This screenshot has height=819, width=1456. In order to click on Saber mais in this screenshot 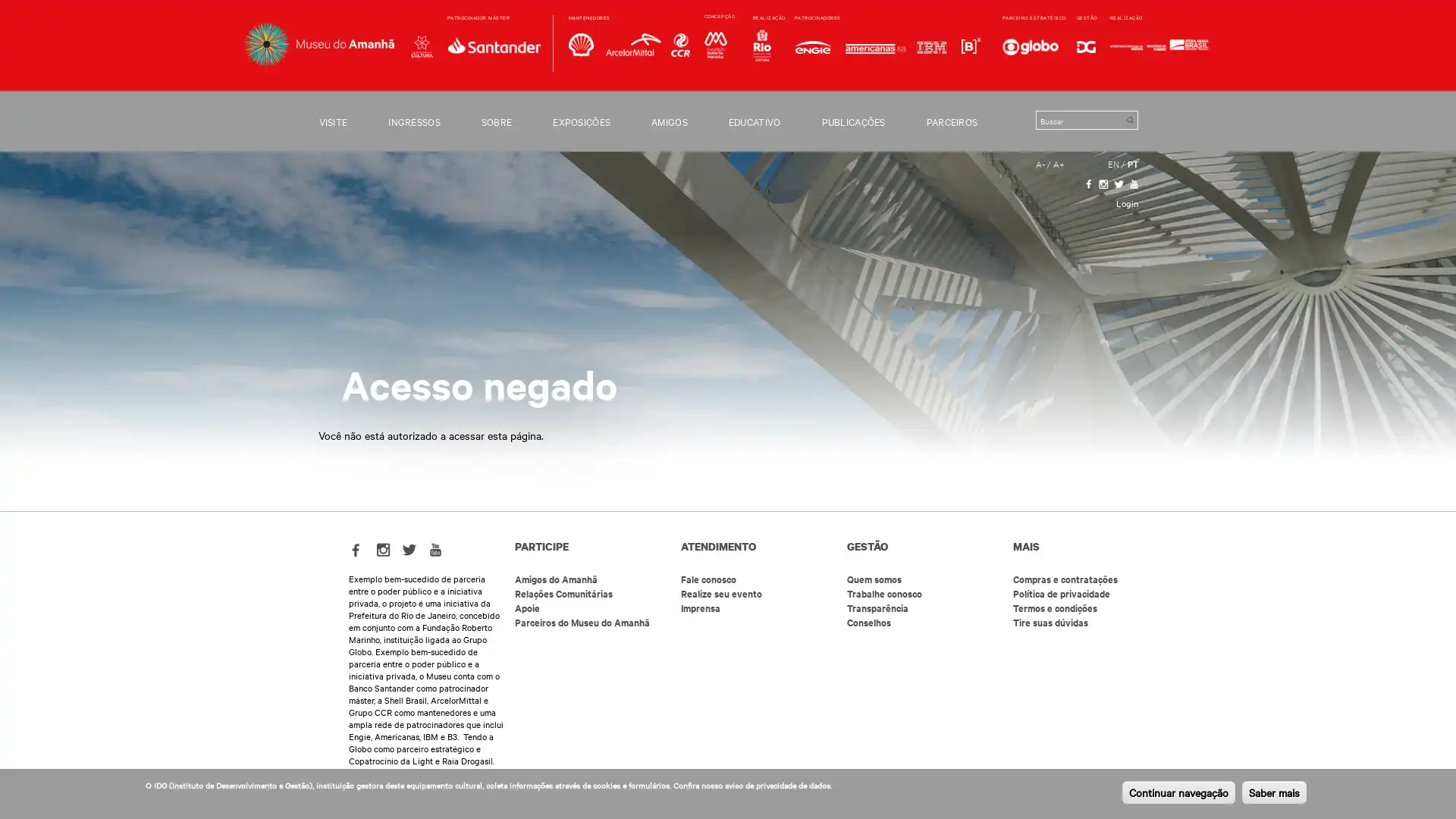, I will do `click(1274, 792)`.